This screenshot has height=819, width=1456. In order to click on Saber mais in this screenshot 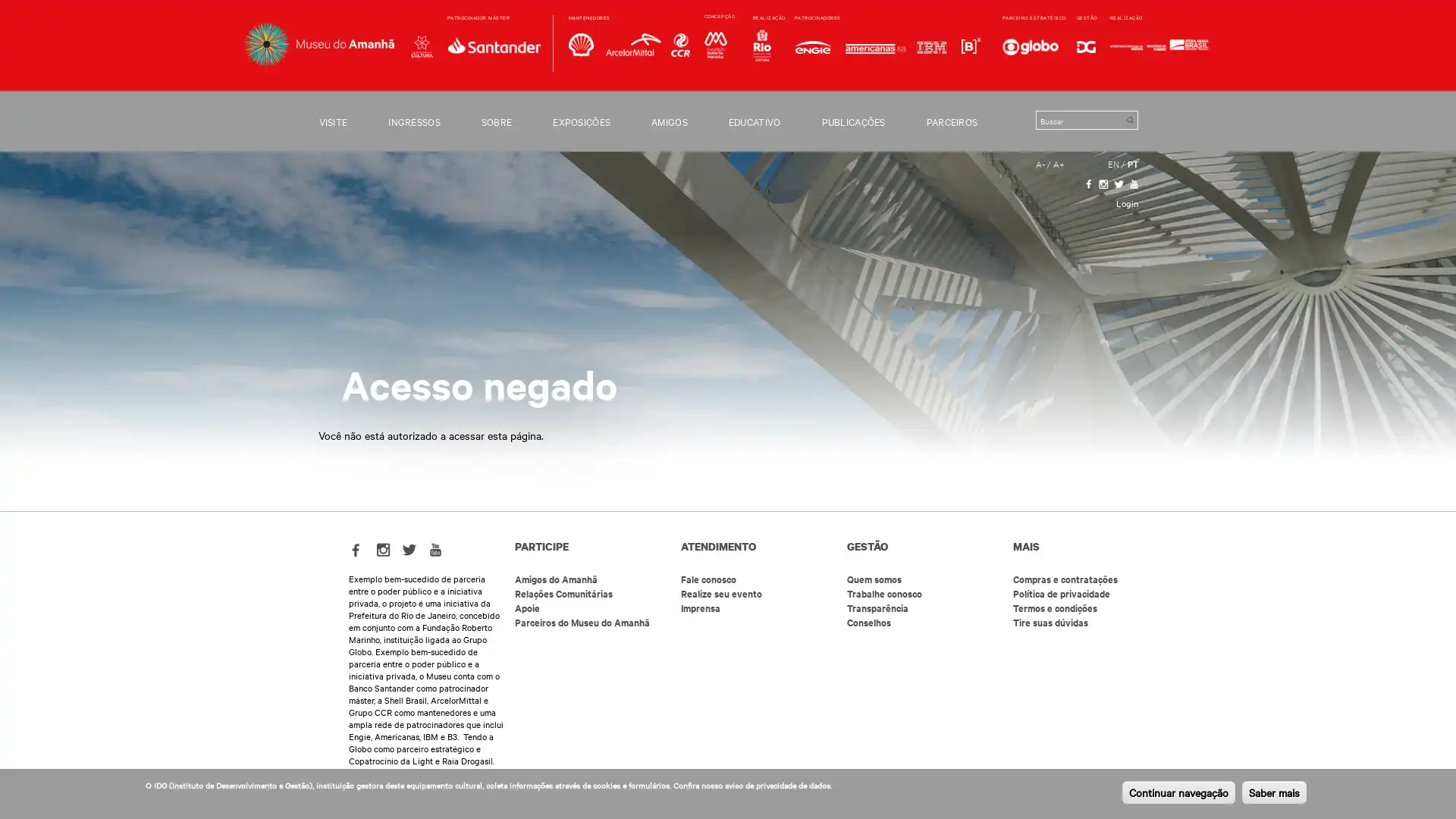, I will do `click(1274, 792)`.